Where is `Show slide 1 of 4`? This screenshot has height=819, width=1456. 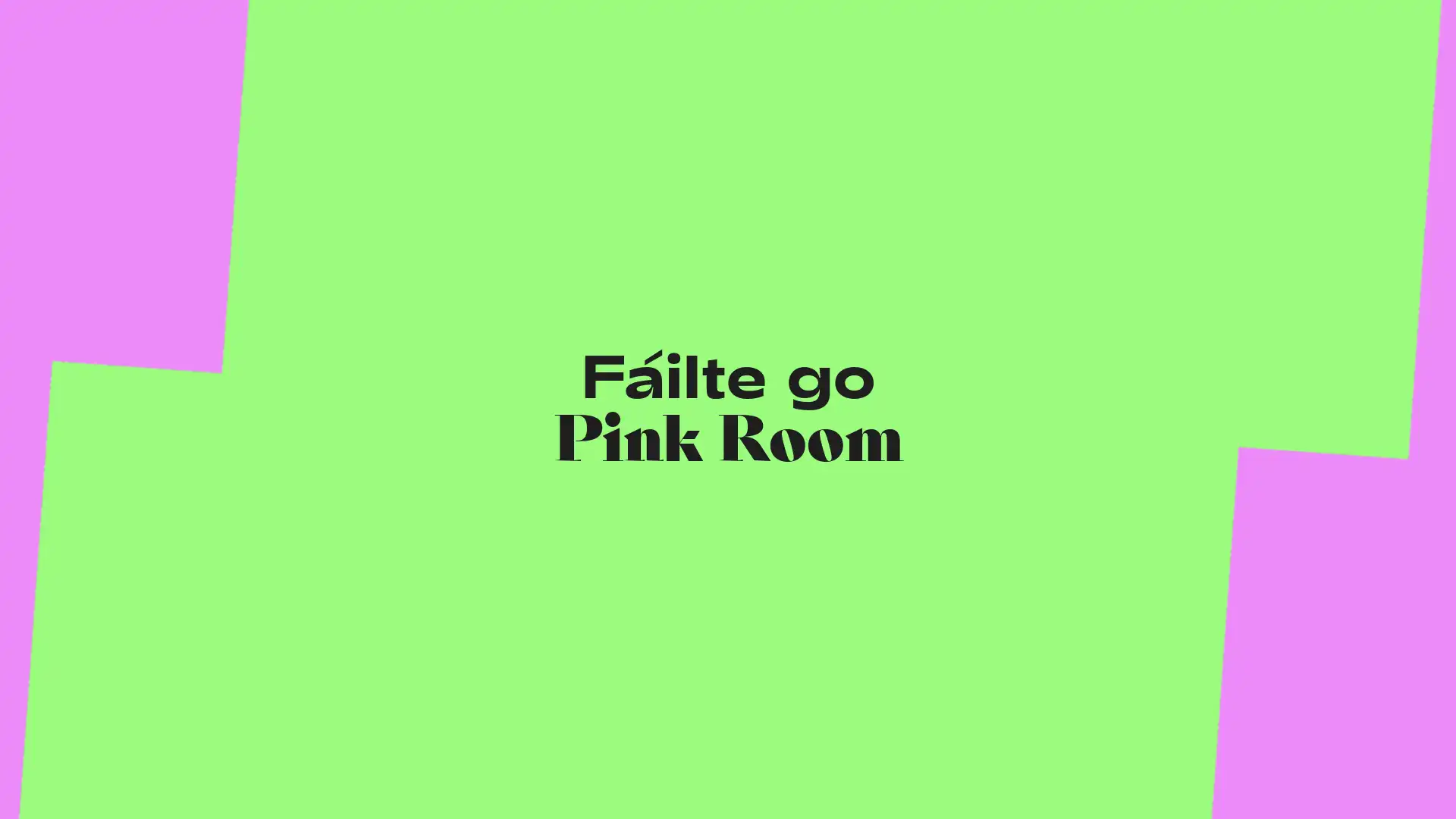
Show slide 1 of 4 is located at coordinates (419, 400).